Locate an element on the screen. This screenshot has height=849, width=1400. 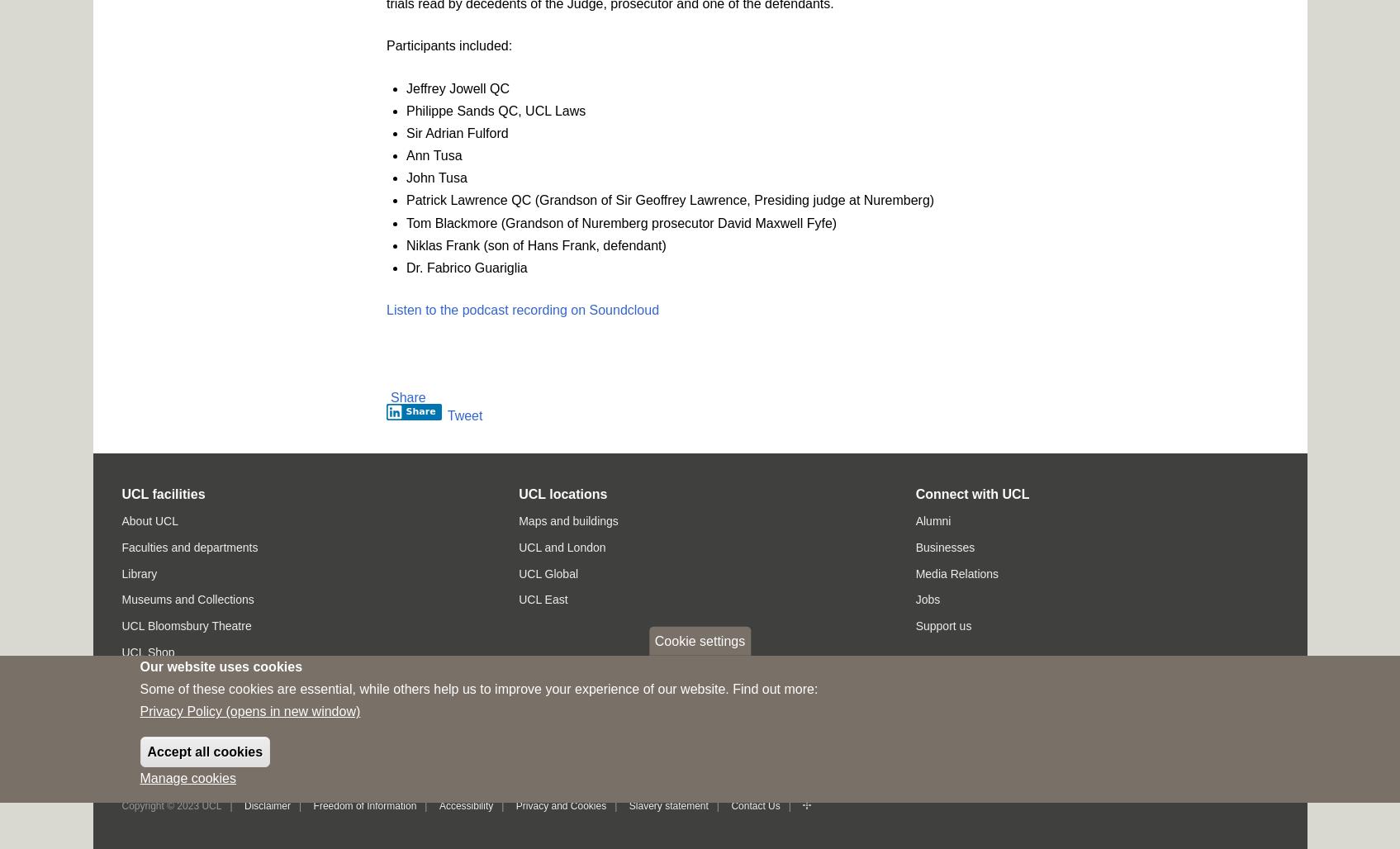
'Connect with UCL' is located at coordinates (972, 492).